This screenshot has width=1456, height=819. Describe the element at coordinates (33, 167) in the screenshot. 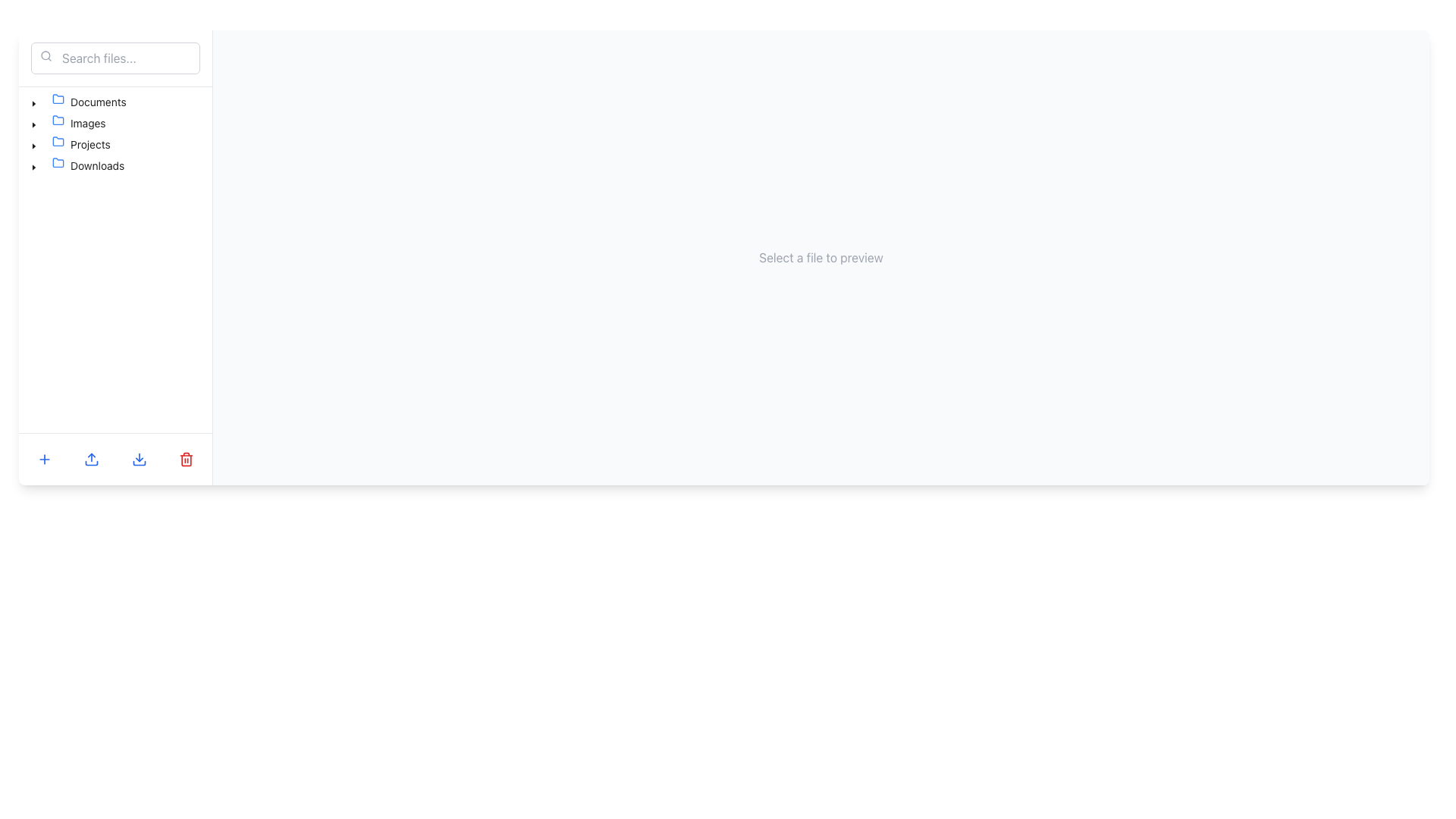

I see `the Caret-down icon next to the 'Downloads' folder label` at that location.